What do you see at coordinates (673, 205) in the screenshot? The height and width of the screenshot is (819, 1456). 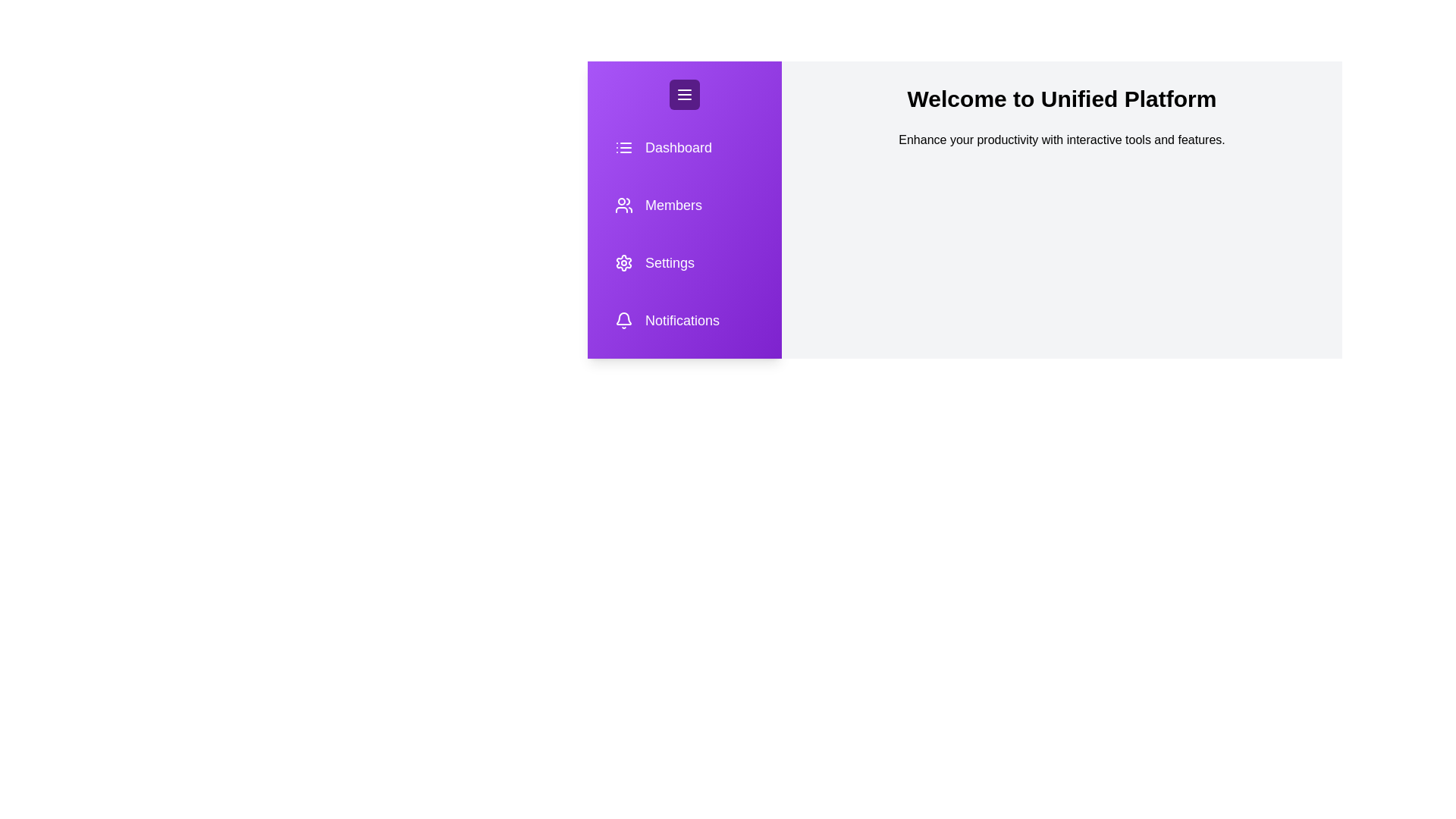 I see `the sidebar item labeled Members` at bounding box center [673, 205].